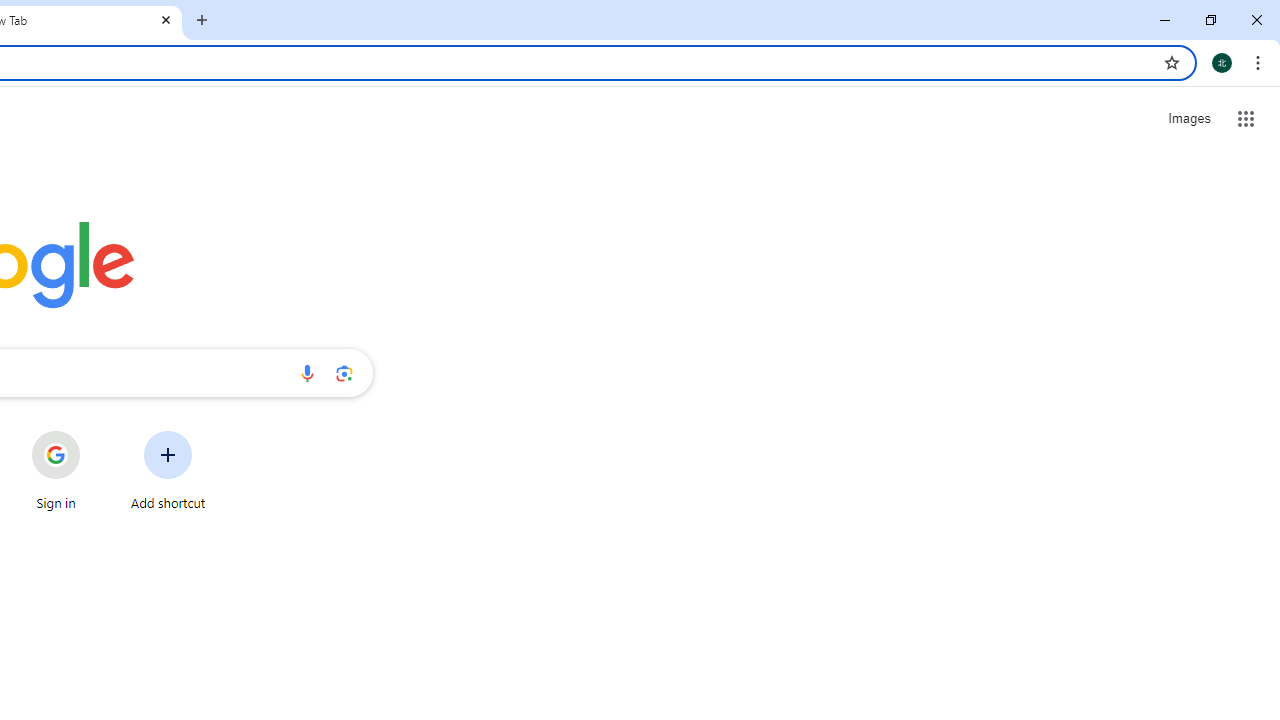 The image size is (1280, 720). What do you see at coordinates (1259, 61) in the screenshot?
I see `'Chrome'` at bounding box center [1259, 61].